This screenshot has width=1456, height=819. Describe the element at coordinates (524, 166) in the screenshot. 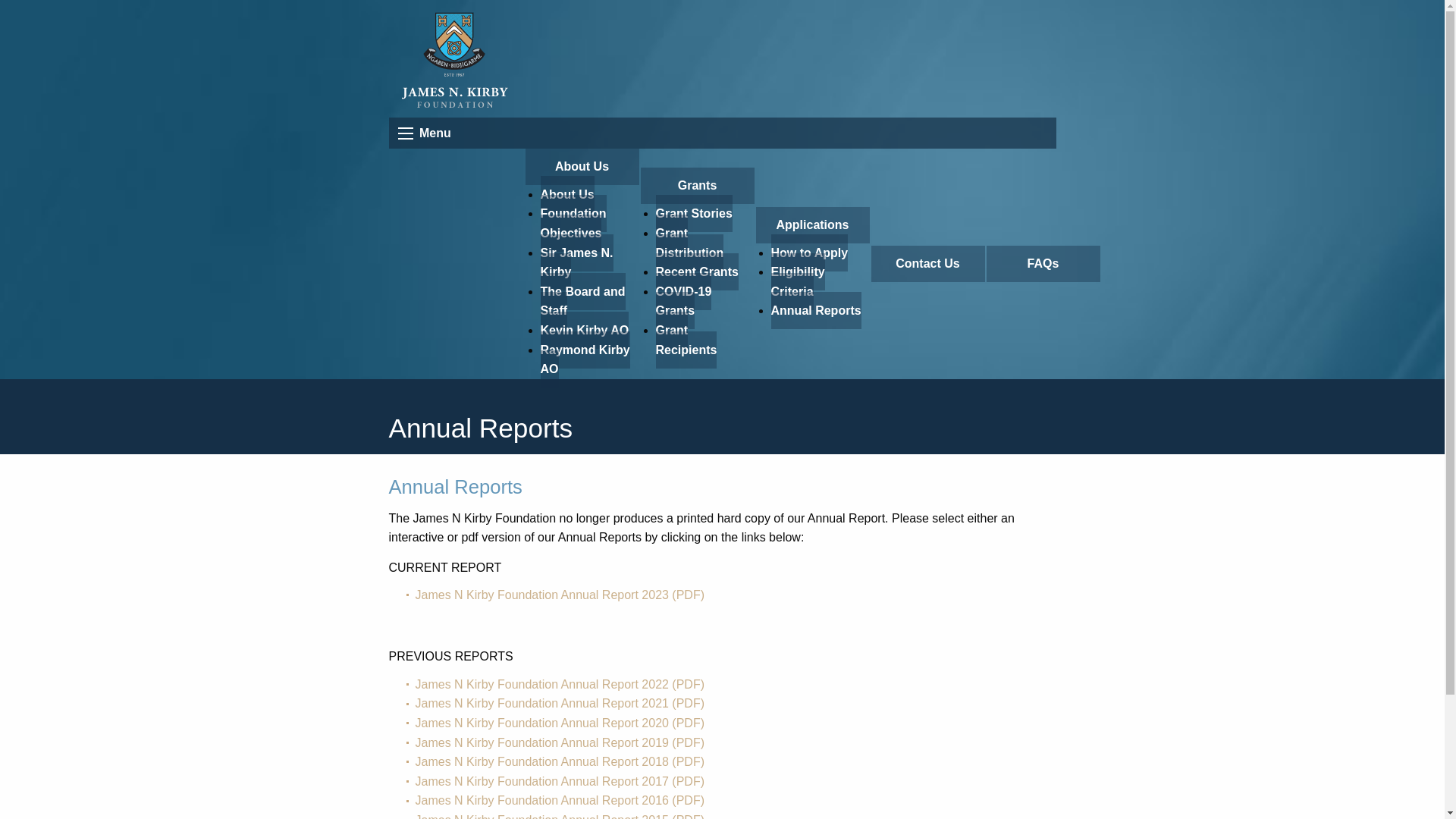

I see `'About Us'` at that location.